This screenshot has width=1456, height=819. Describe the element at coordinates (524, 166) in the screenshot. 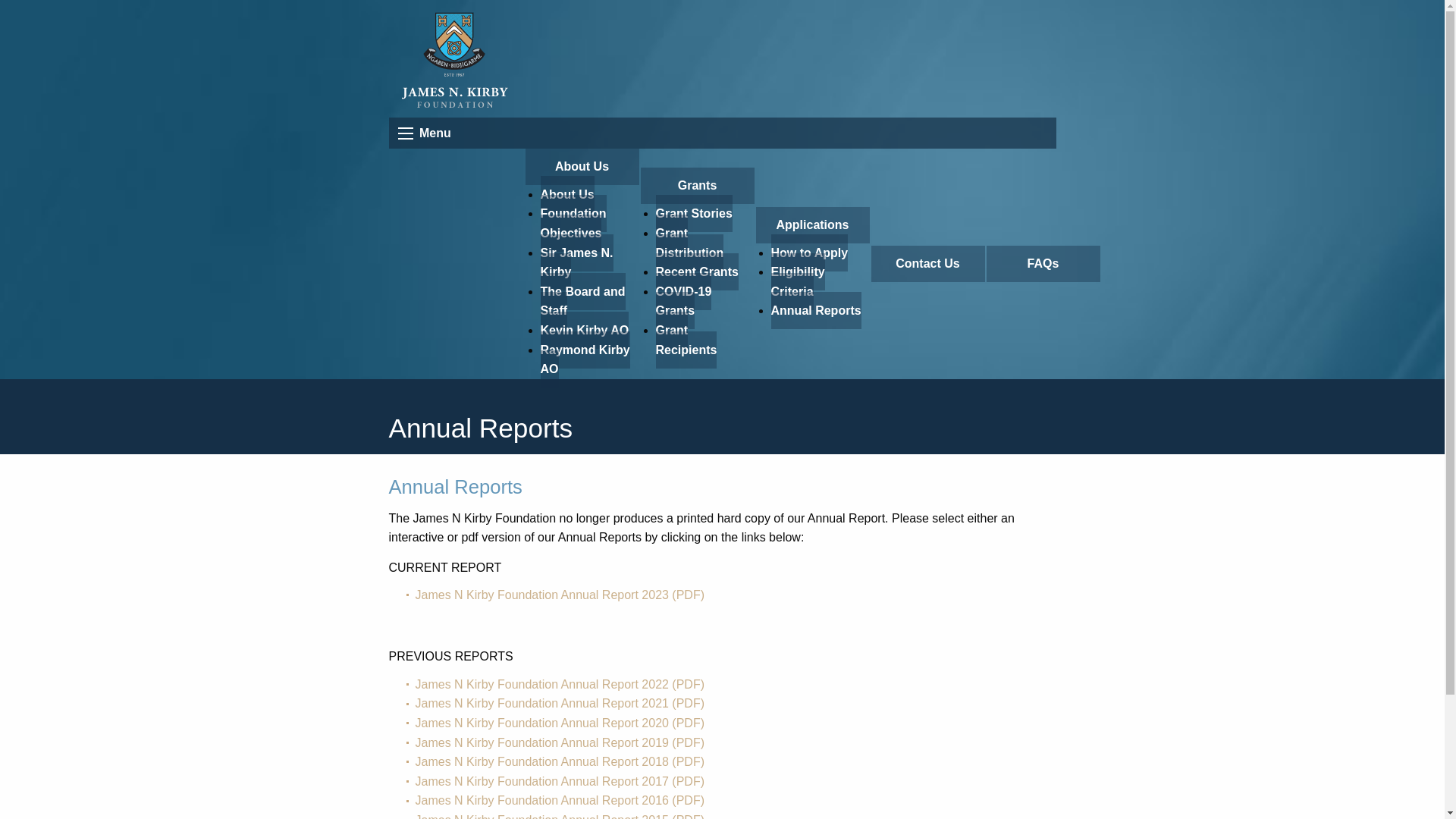

I see `'About Us'` at that location.